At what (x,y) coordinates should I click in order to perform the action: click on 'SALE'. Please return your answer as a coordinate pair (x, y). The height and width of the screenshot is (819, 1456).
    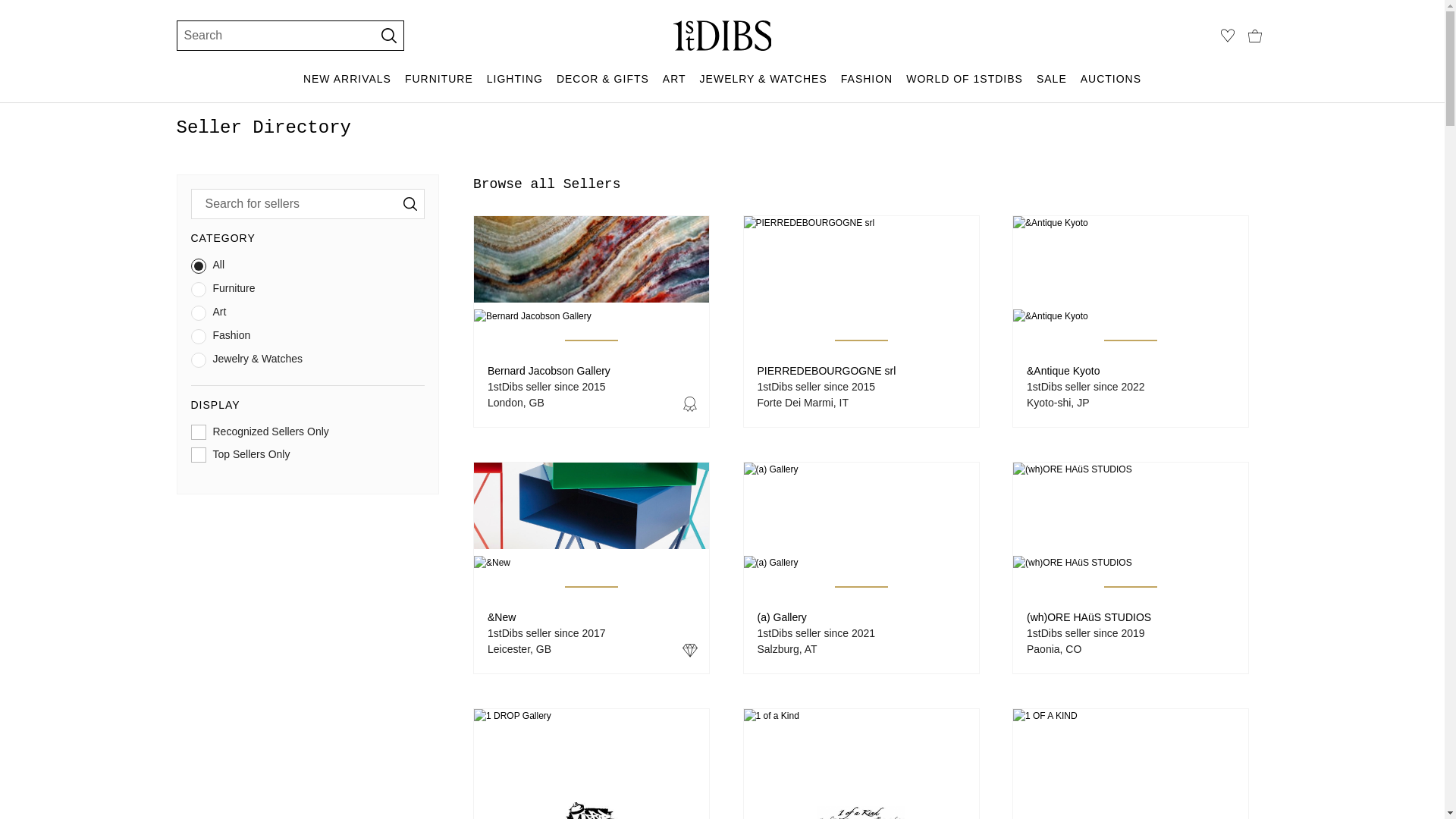
    Looking at the image, I should click on (1051, 86).